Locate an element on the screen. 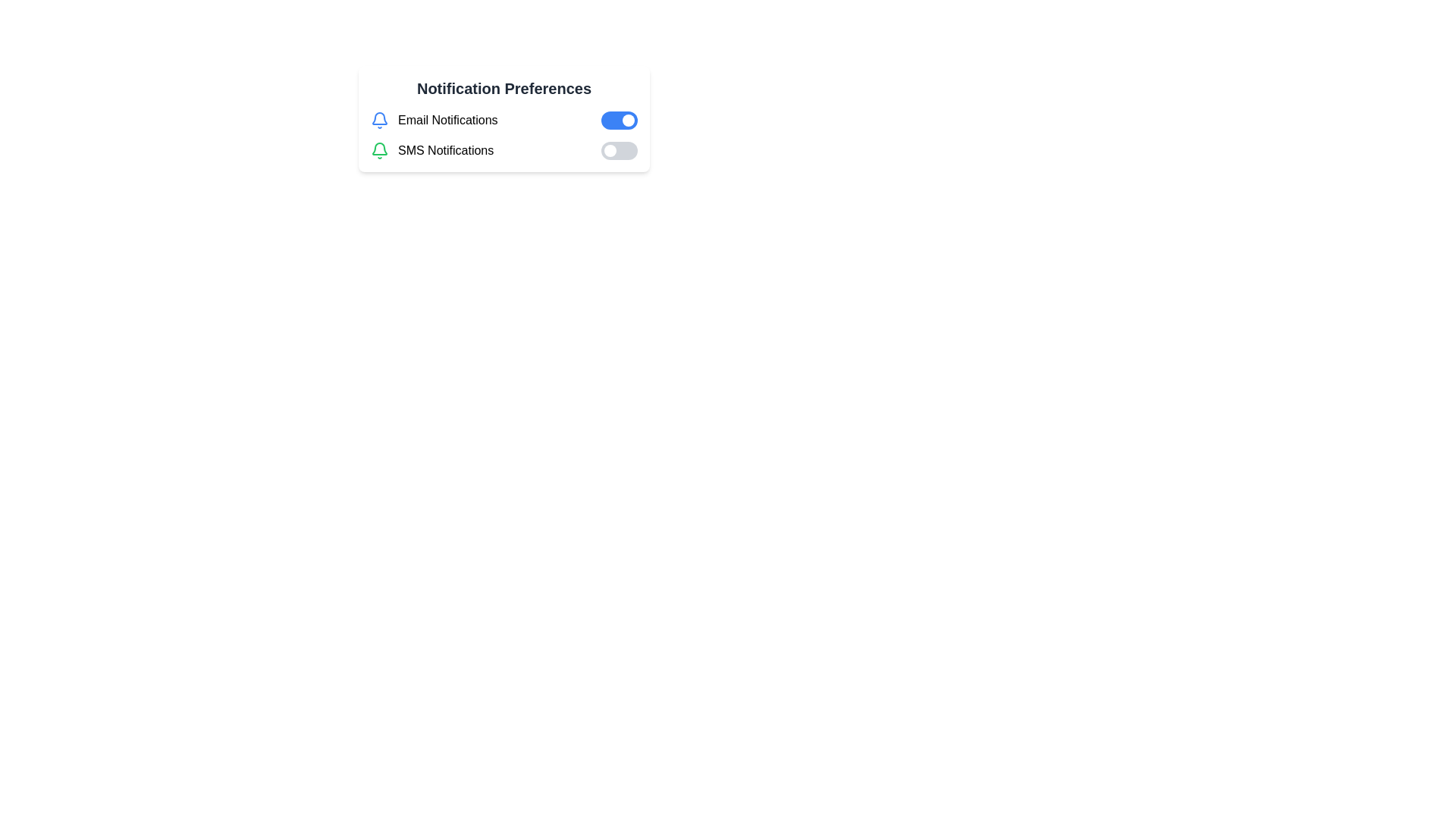 The image size is (1456, 819). the blue bell icon representing 'Email Notifications' is located at coordinates (379, 119).